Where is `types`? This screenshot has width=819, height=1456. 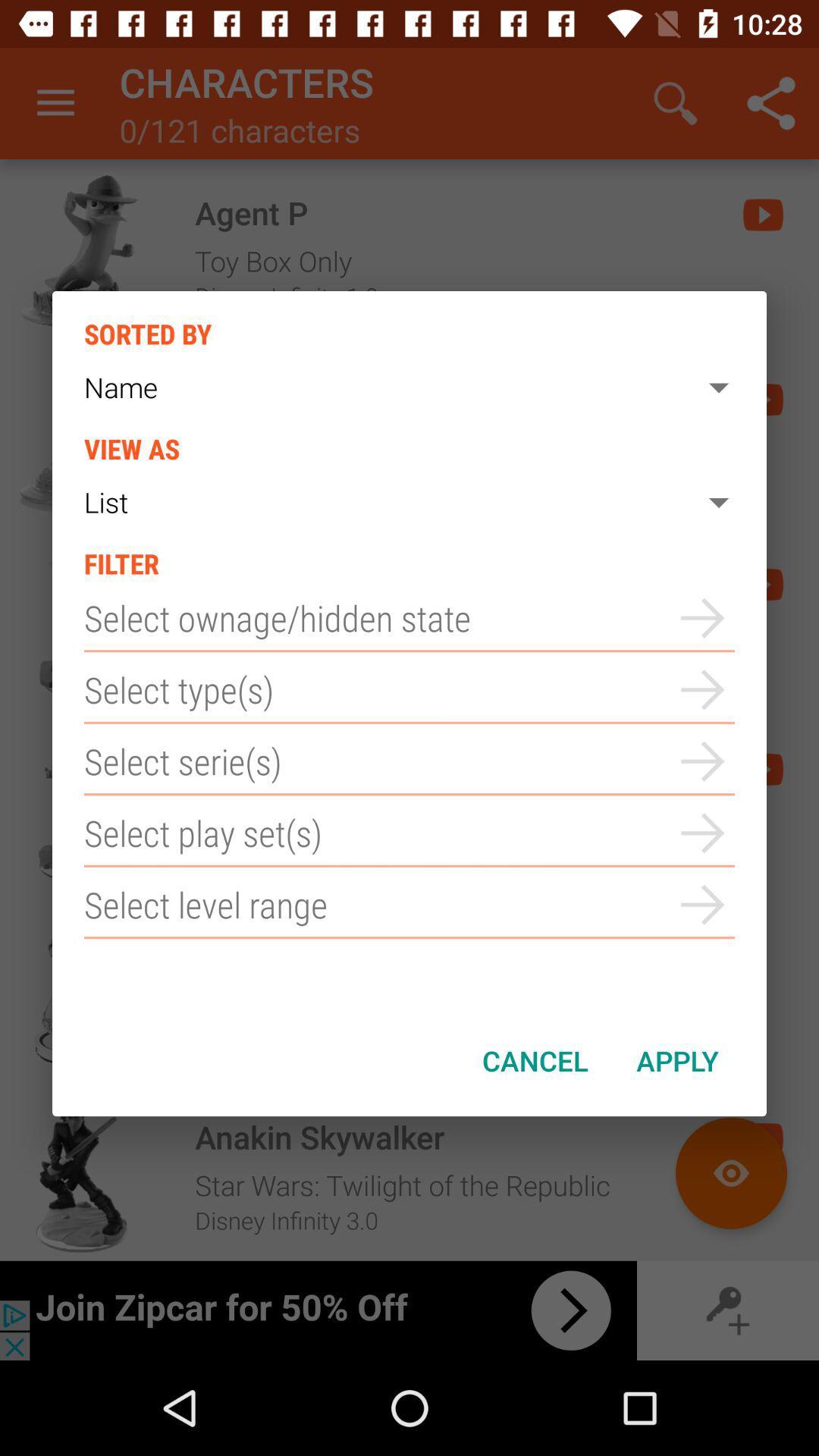 types is located at coordinates (409, 689).